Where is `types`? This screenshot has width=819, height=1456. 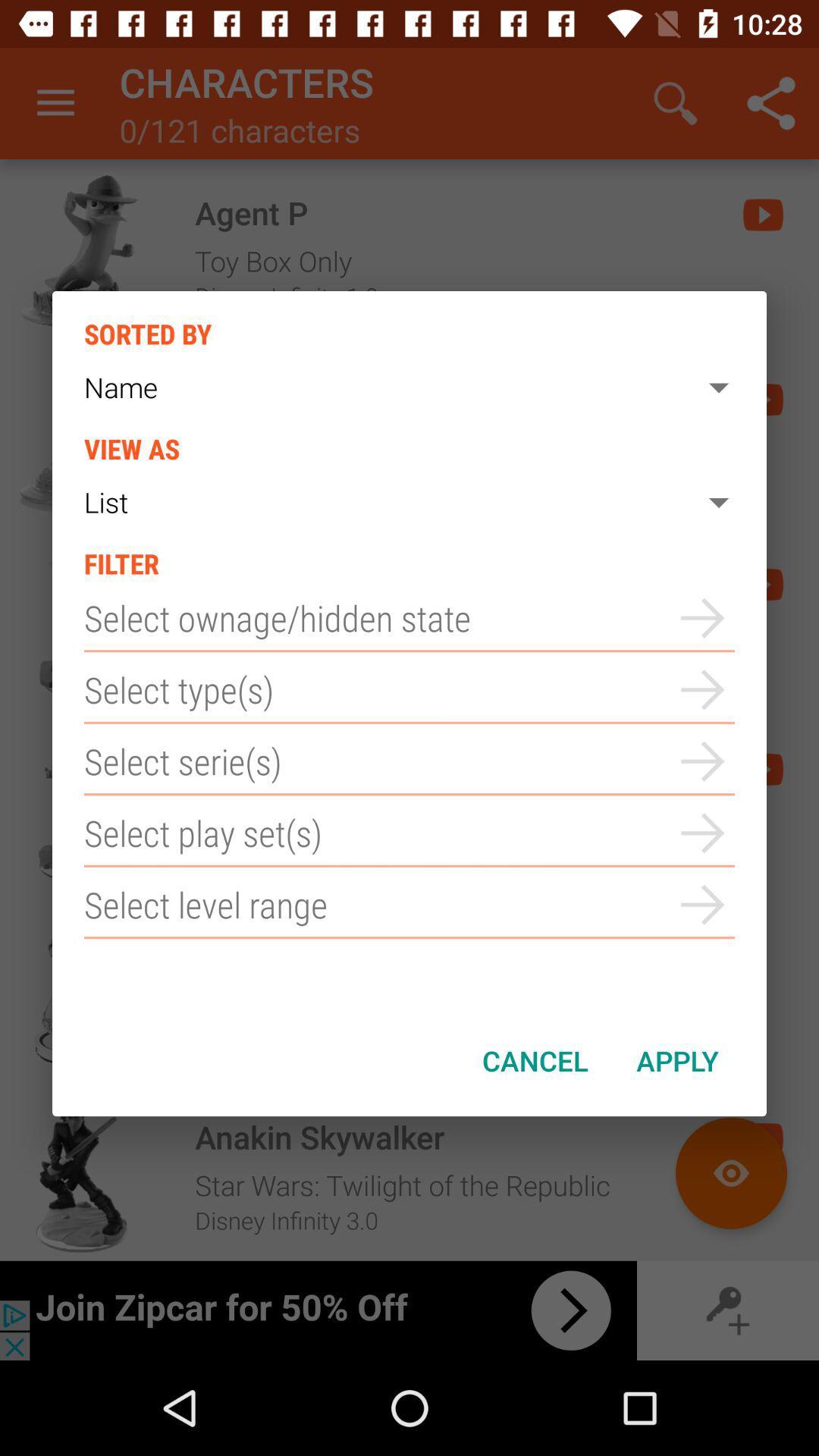 types is located at coordinates (409, 689).